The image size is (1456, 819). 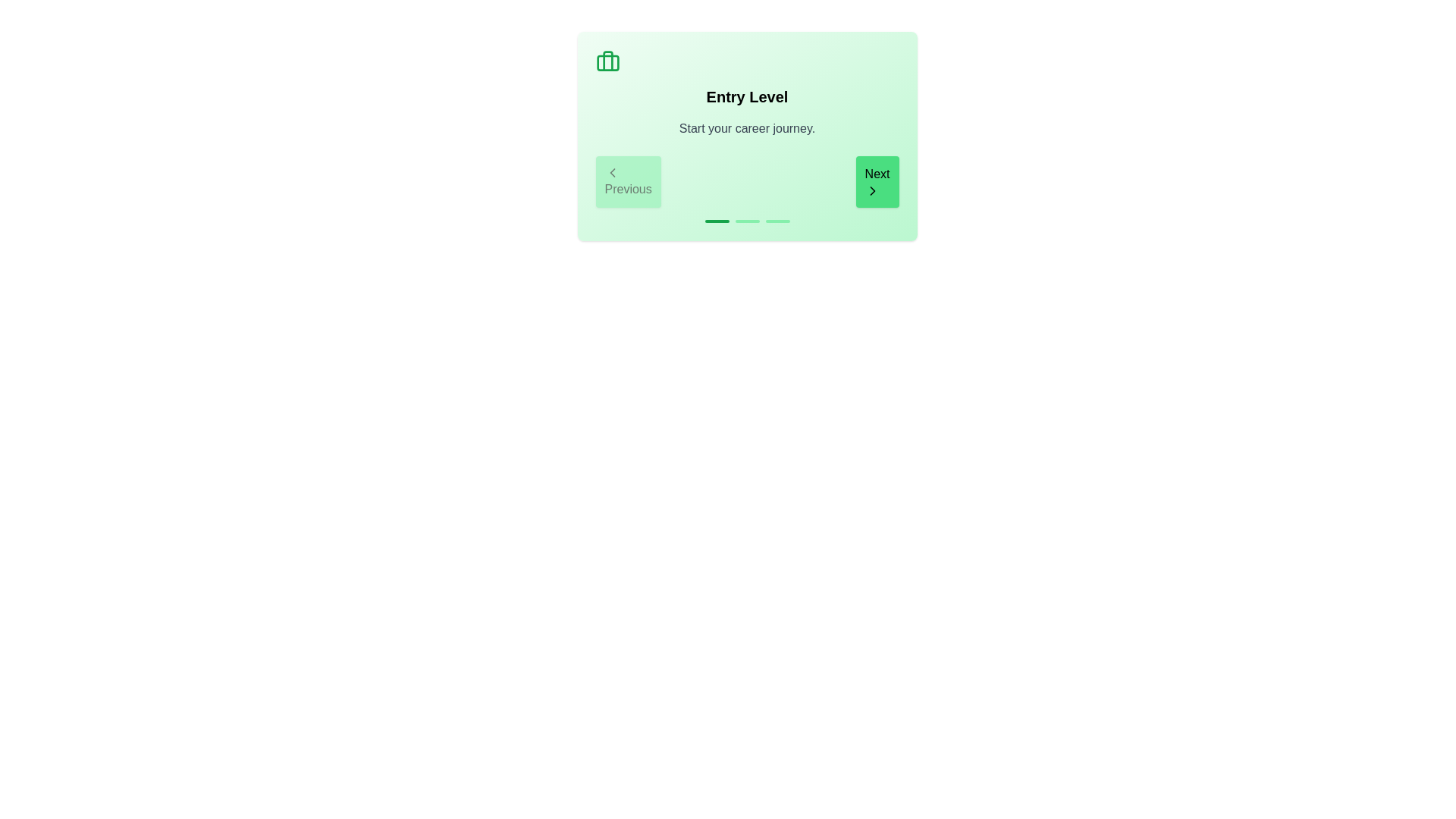 I want to click on the navigation button Previous, so click(x=628, y=180).